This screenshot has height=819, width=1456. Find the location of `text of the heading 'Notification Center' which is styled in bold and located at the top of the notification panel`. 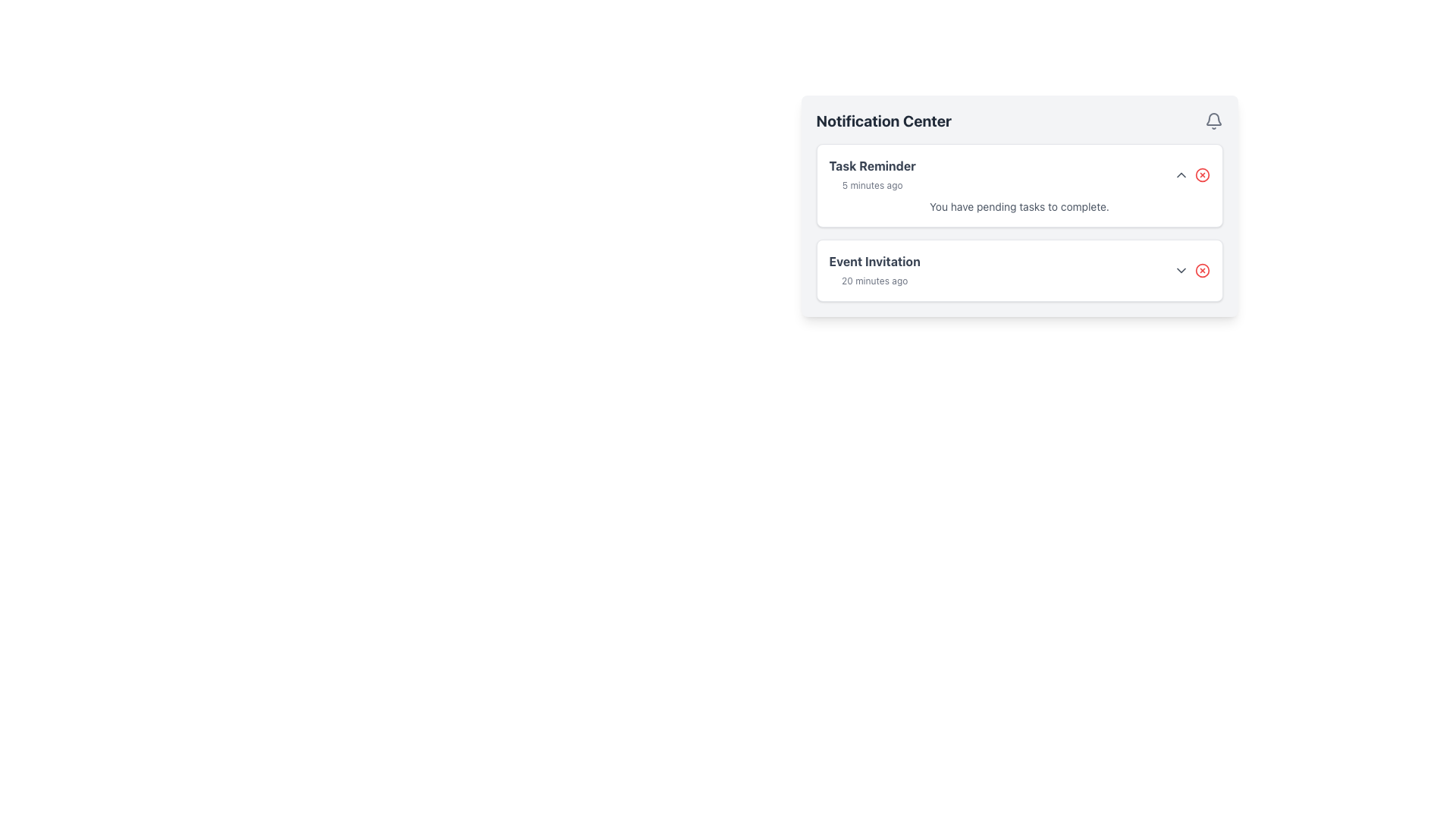

text of the heading 'Notification Center' which is styled in bold and located at the top of the notification panel is located at coordinates (883, 120).